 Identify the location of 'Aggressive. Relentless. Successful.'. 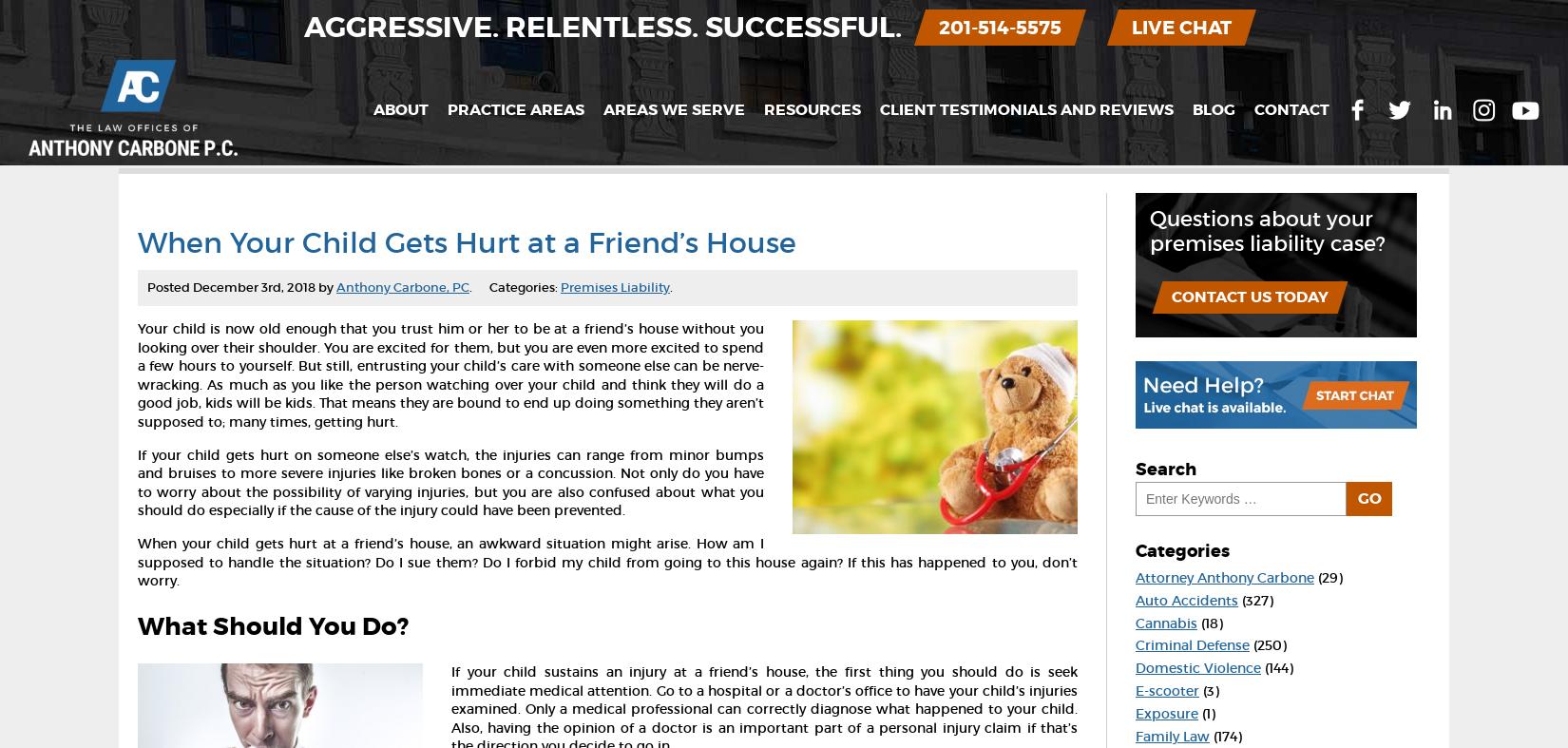
(601, 26).